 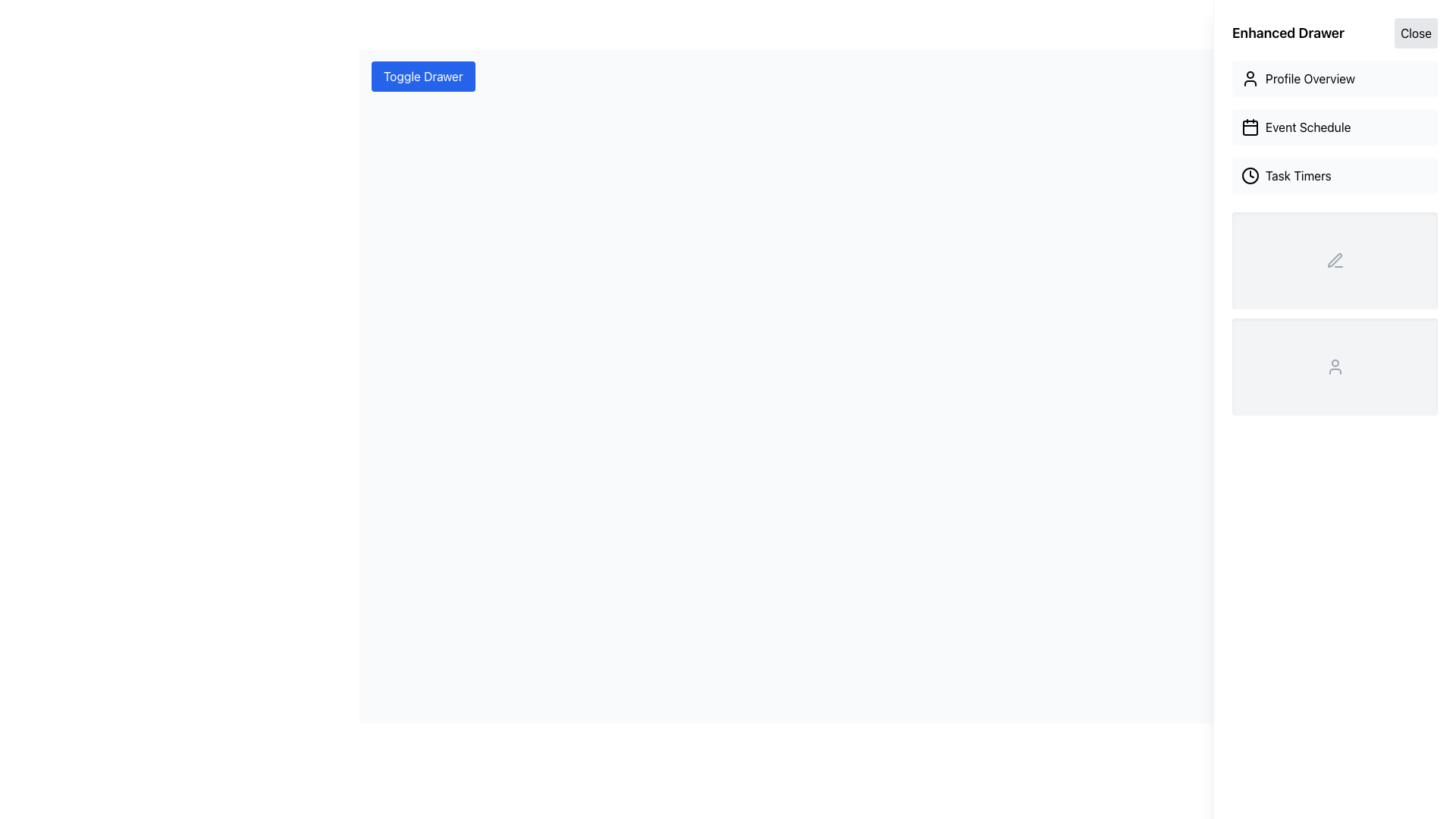 What do you see at coordinates (1250, 127) in the screenshot?
I see `the background rectangle within the calendar icon of the 'Event Schedule' option located in the sidebar list` at bounding box center [1250, 127].